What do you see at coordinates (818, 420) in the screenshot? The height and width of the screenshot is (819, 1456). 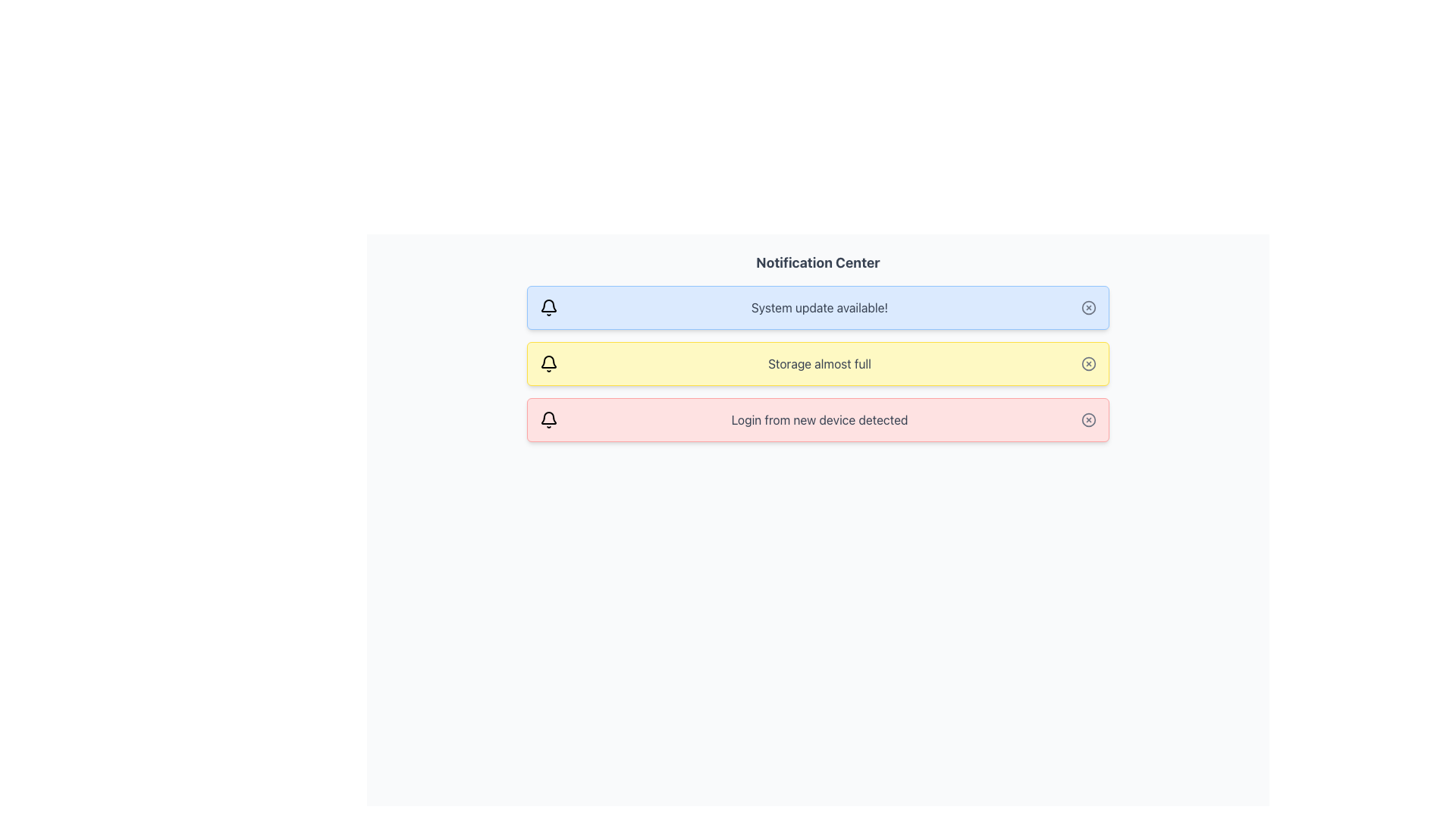 I see `status message from the text label indicating a login from a new device, which is the third message in the Notification Center interface` at bounding box center [818, 420].